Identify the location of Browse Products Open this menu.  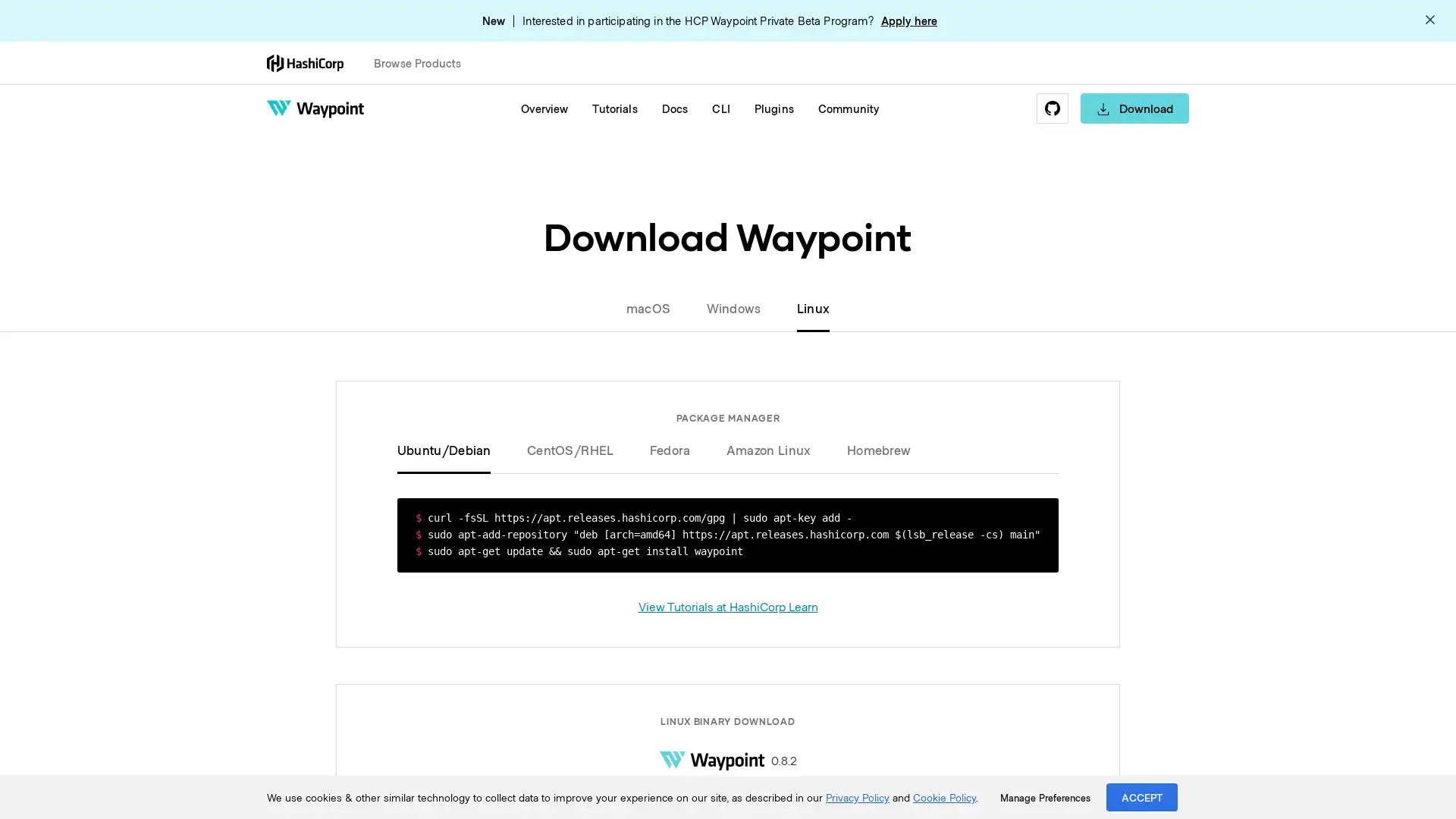
(424, 62).